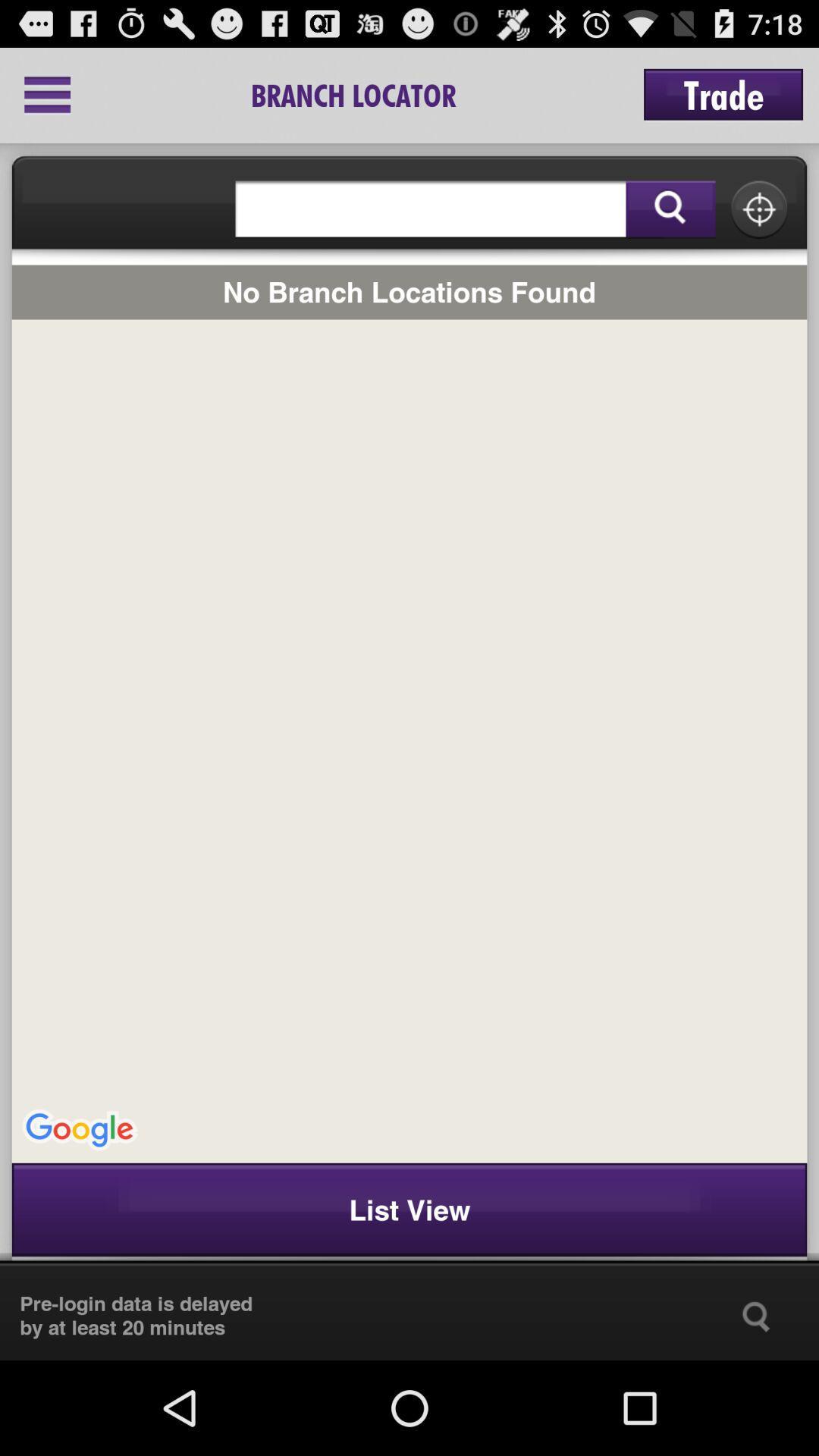  Describe the element at coordinates (759, 224) in the screenshot. I see `the location_crosshair icon` at that location.